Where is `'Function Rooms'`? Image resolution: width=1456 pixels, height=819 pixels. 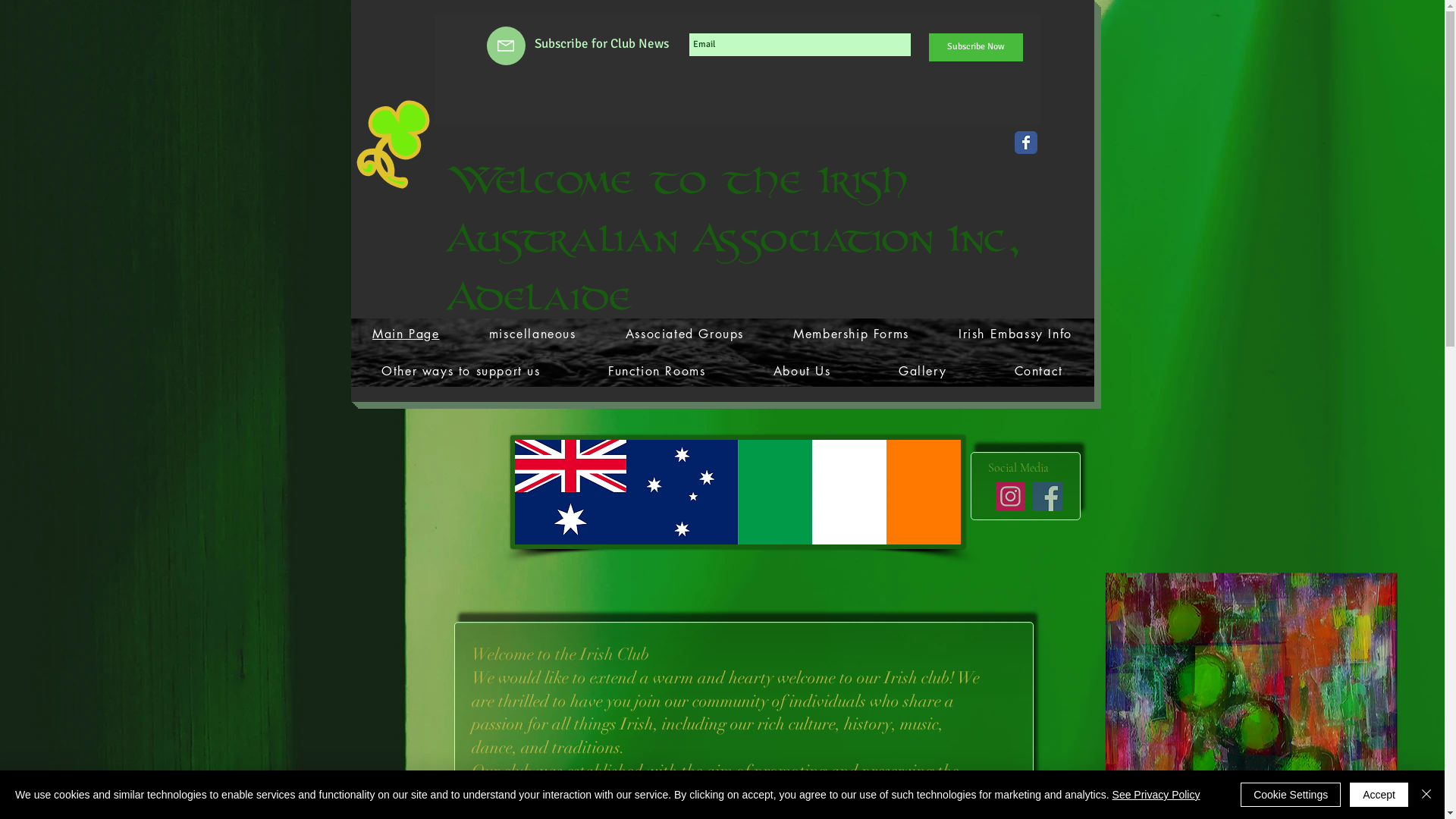
'Function Rooms' is located at coordinates (656, 371).